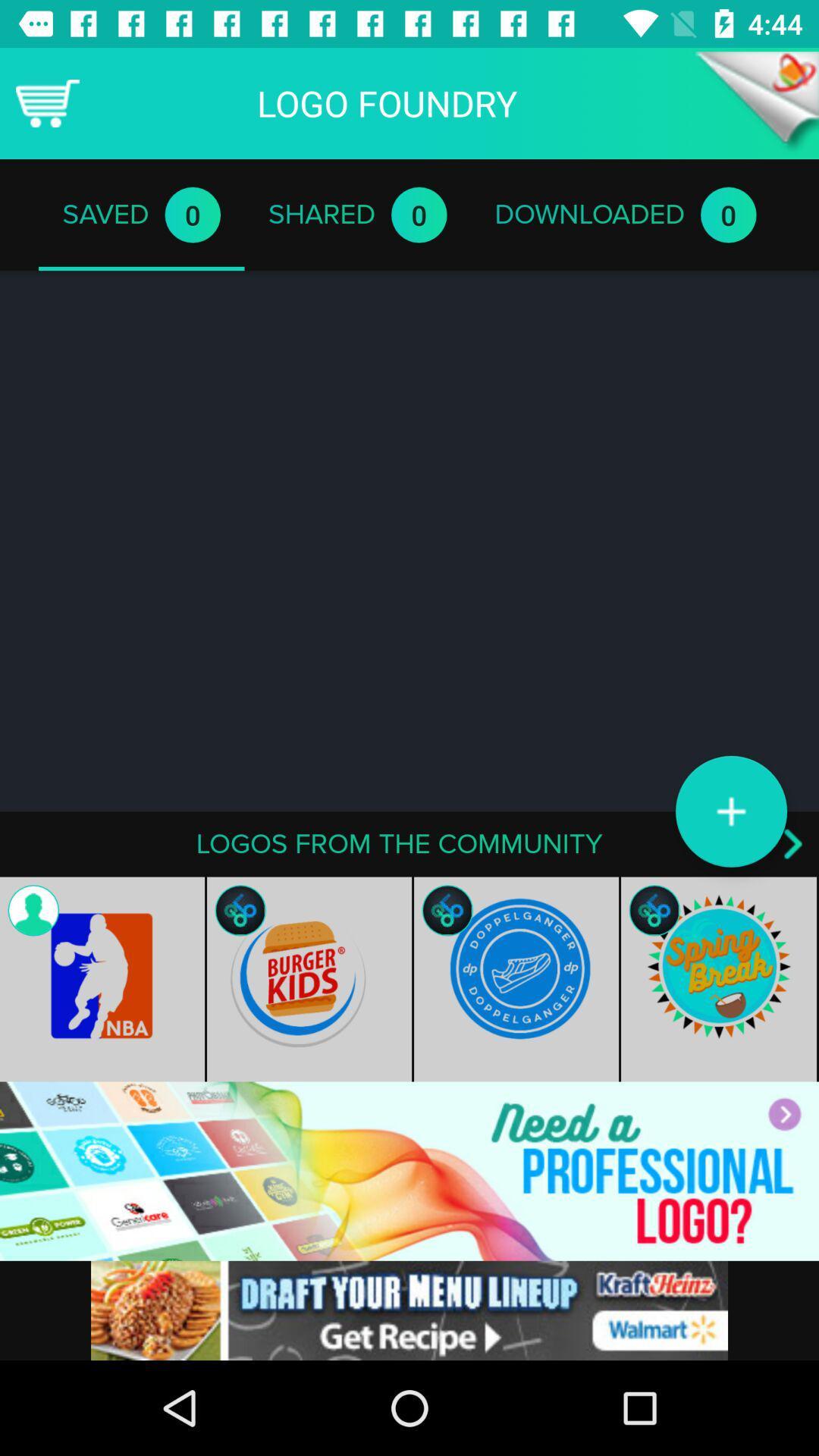 The height and width of the screenshot is (1456, 819). I want to click on sopping symbol, so click(46, 102).